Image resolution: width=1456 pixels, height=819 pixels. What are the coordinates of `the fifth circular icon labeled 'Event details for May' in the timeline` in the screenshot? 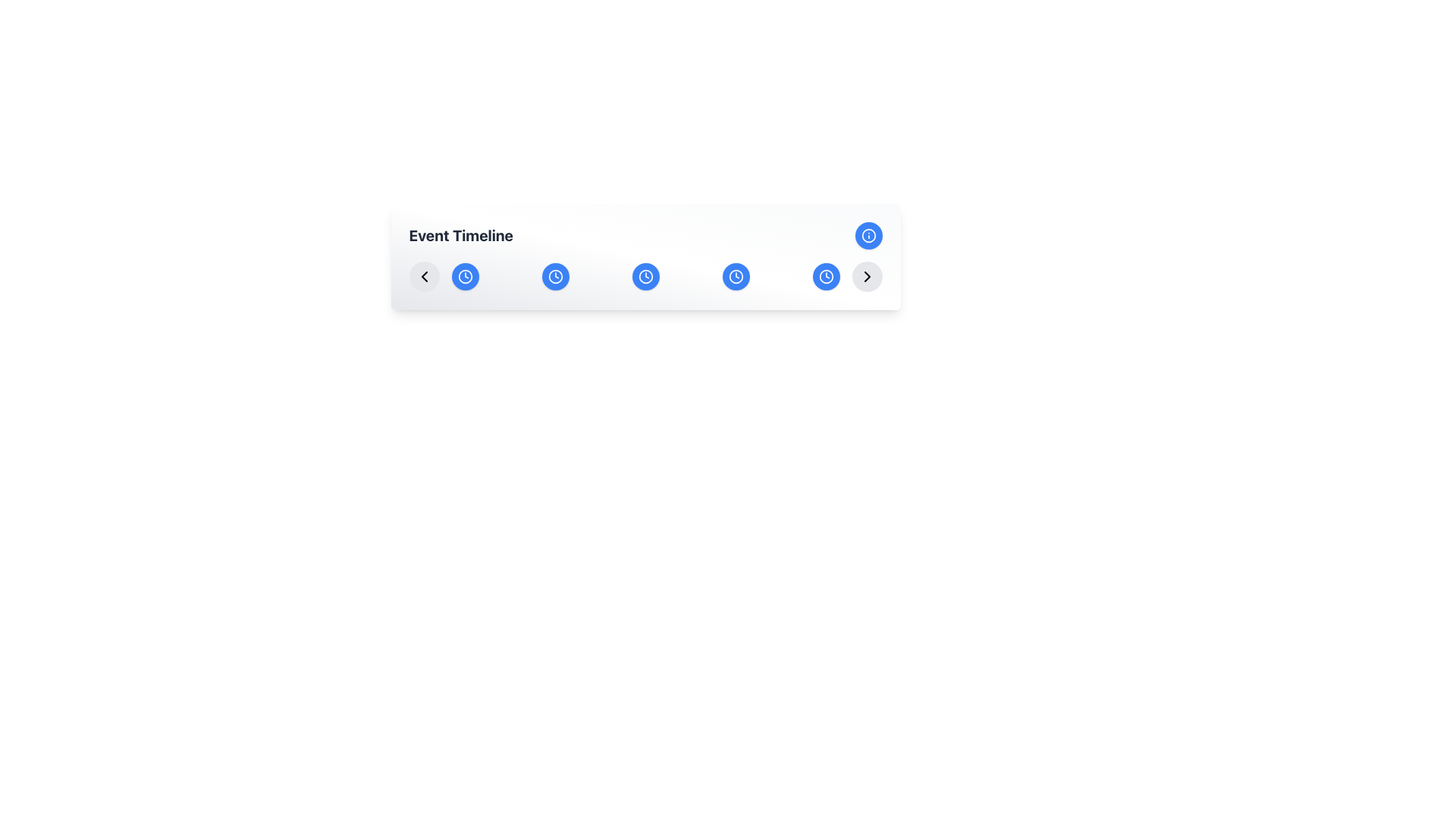 It's located at (825, 277).